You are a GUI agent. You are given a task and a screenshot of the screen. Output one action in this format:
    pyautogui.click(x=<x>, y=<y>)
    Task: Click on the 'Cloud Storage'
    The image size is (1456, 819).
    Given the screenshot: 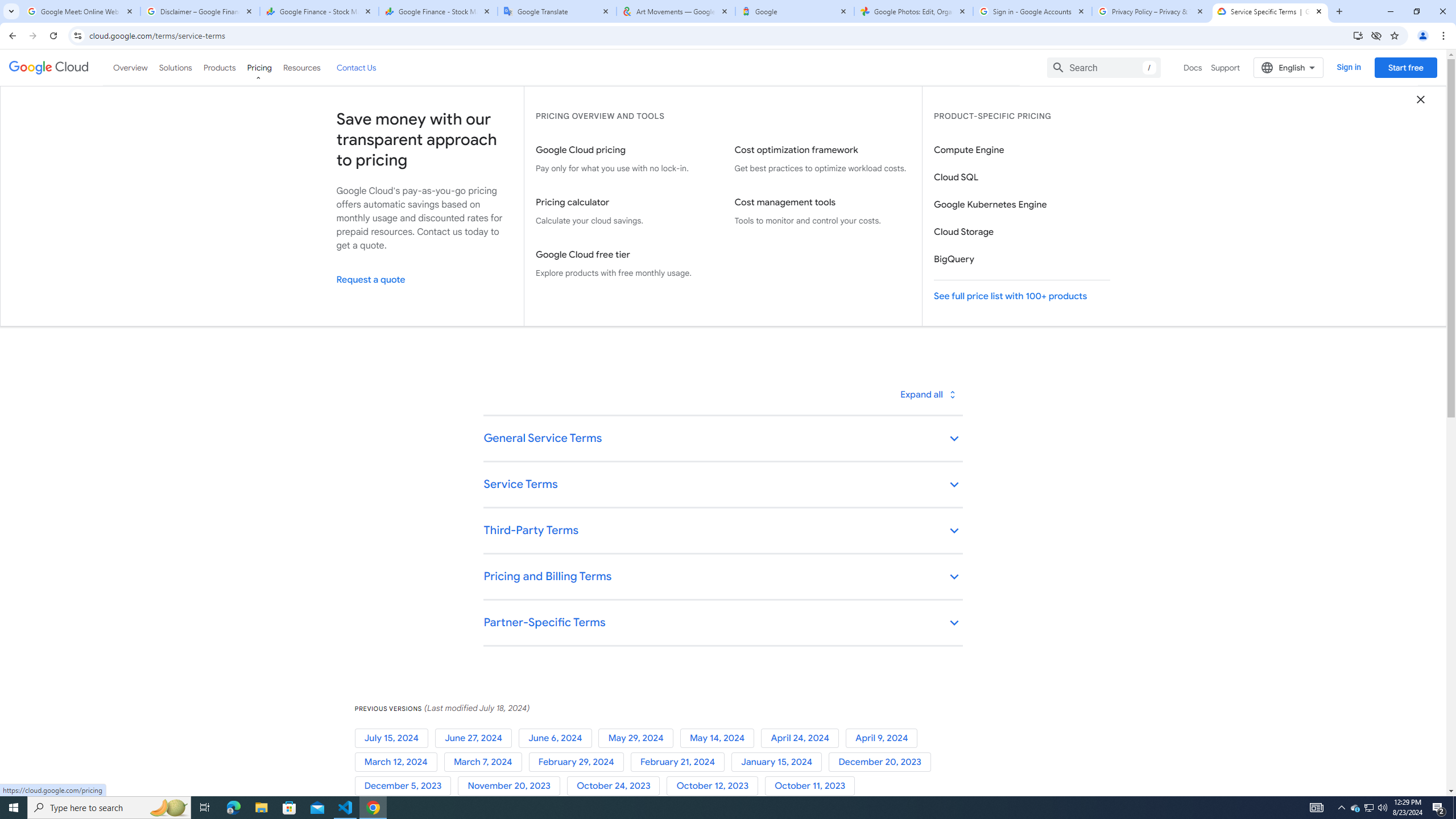 What is the action you would take?
    pyautogui.click(x=1020, y=231)
    